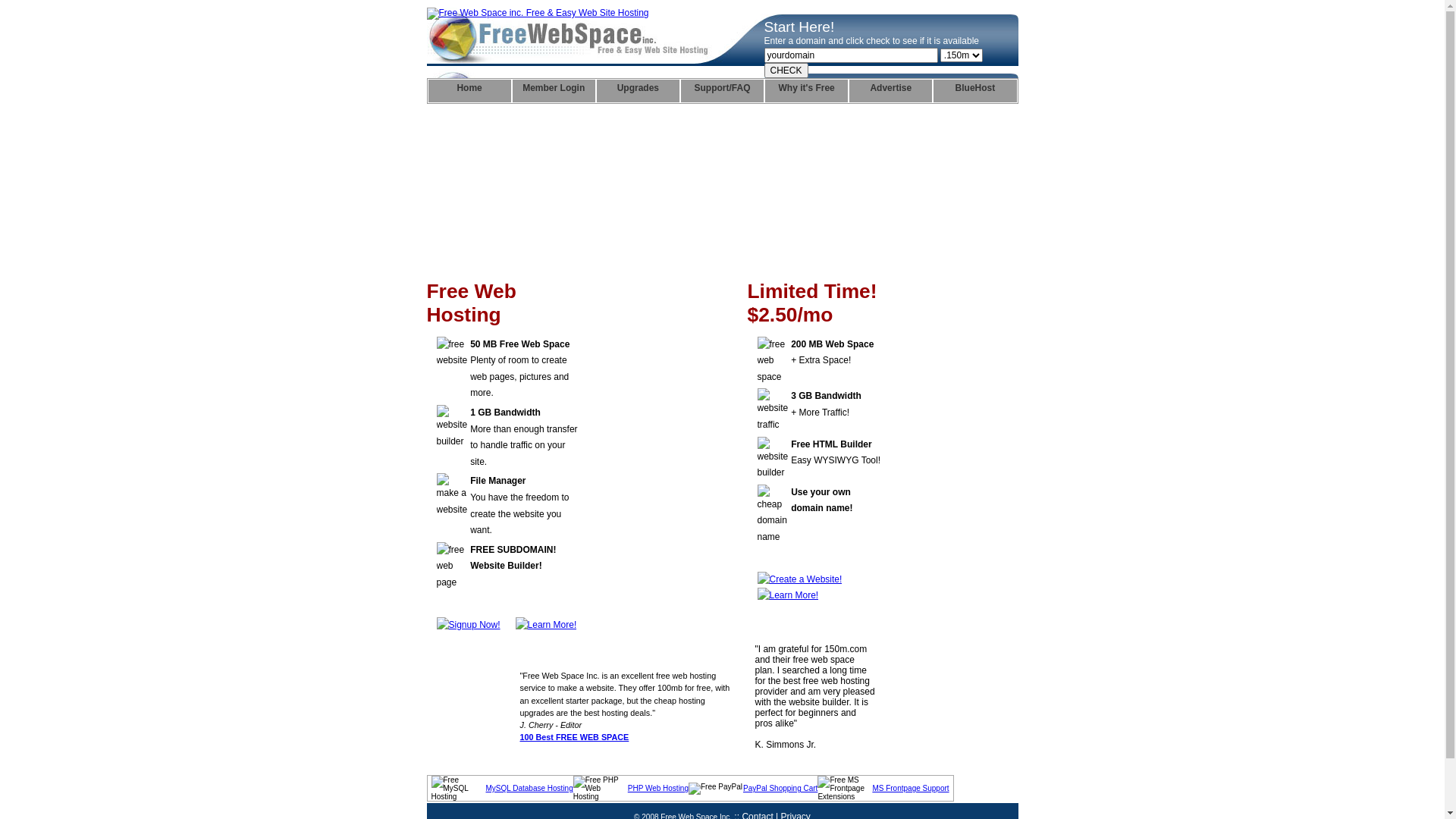 This screenshot has height=819, width=1456. Describe the element at coordinates (658, 787) in the screenshot. I see `'PHP Web Hosting'` at that location.